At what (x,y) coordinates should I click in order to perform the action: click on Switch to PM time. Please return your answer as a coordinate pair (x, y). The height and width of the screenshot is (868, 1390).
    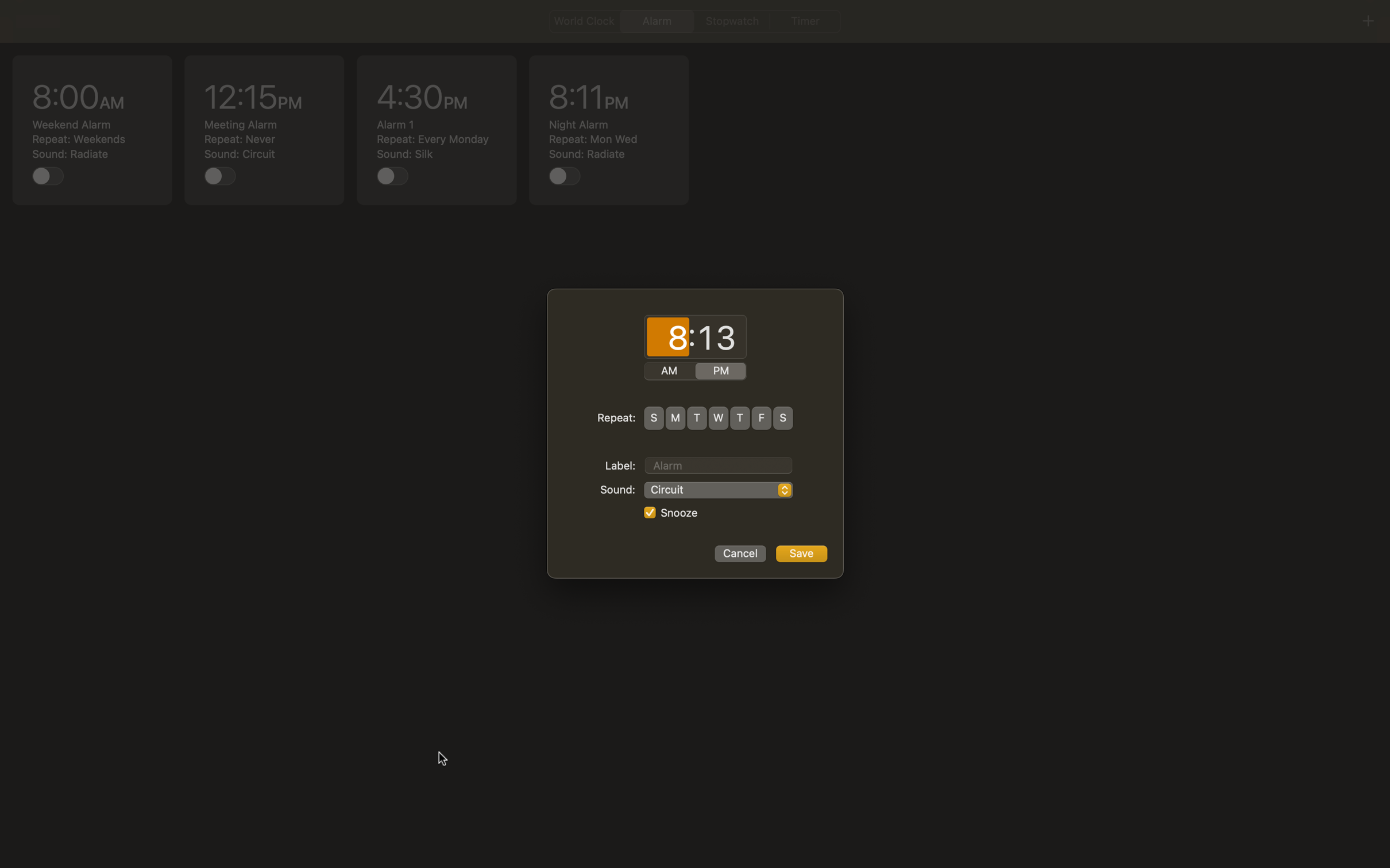
    Looking at the image, I should click on (721, 371).